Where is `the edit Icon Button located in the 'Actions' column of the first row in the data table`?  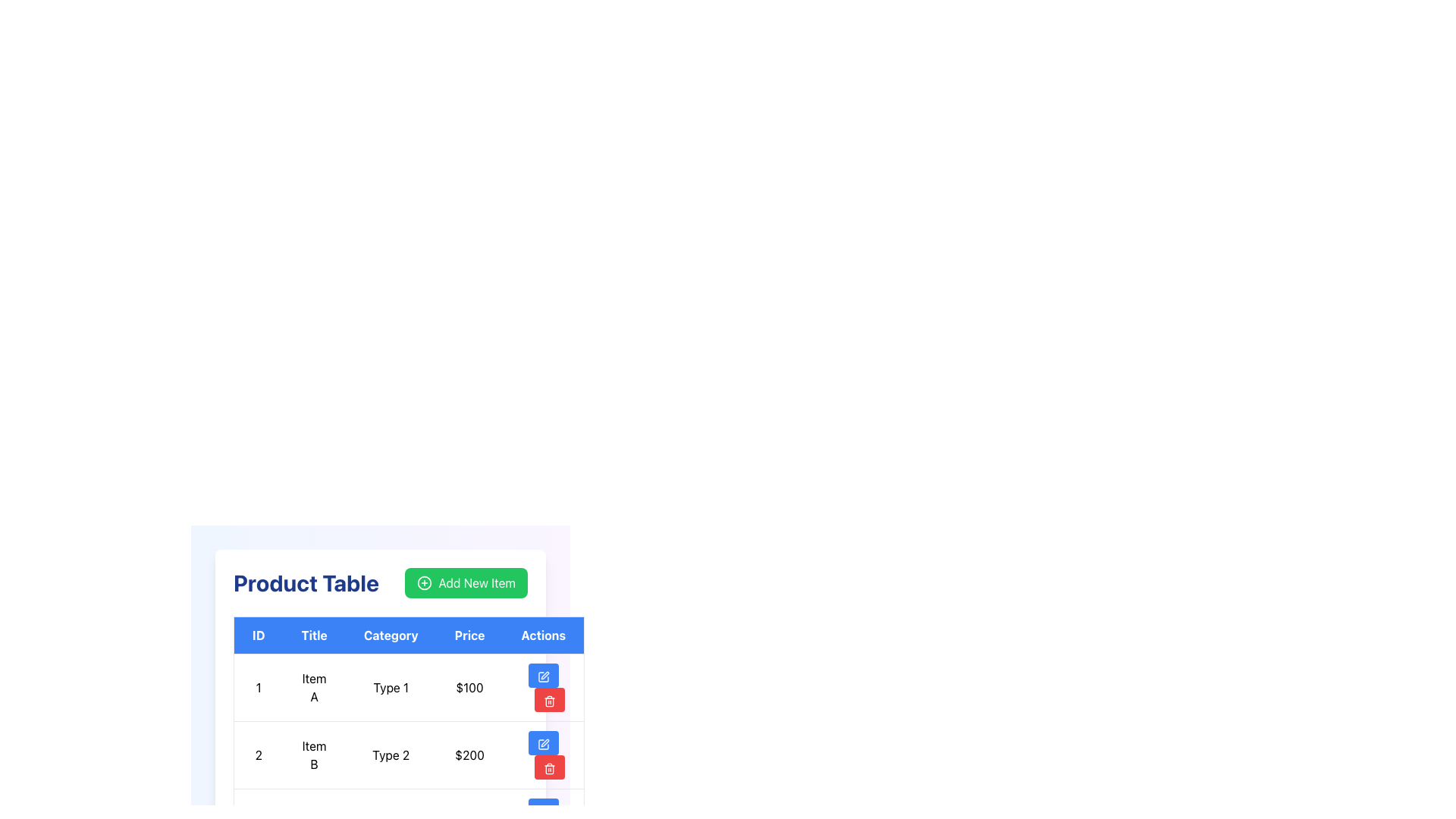 the edit Icon Button located in the 'Actions' column of the first row in the data table is located at coordinates (543, 676).